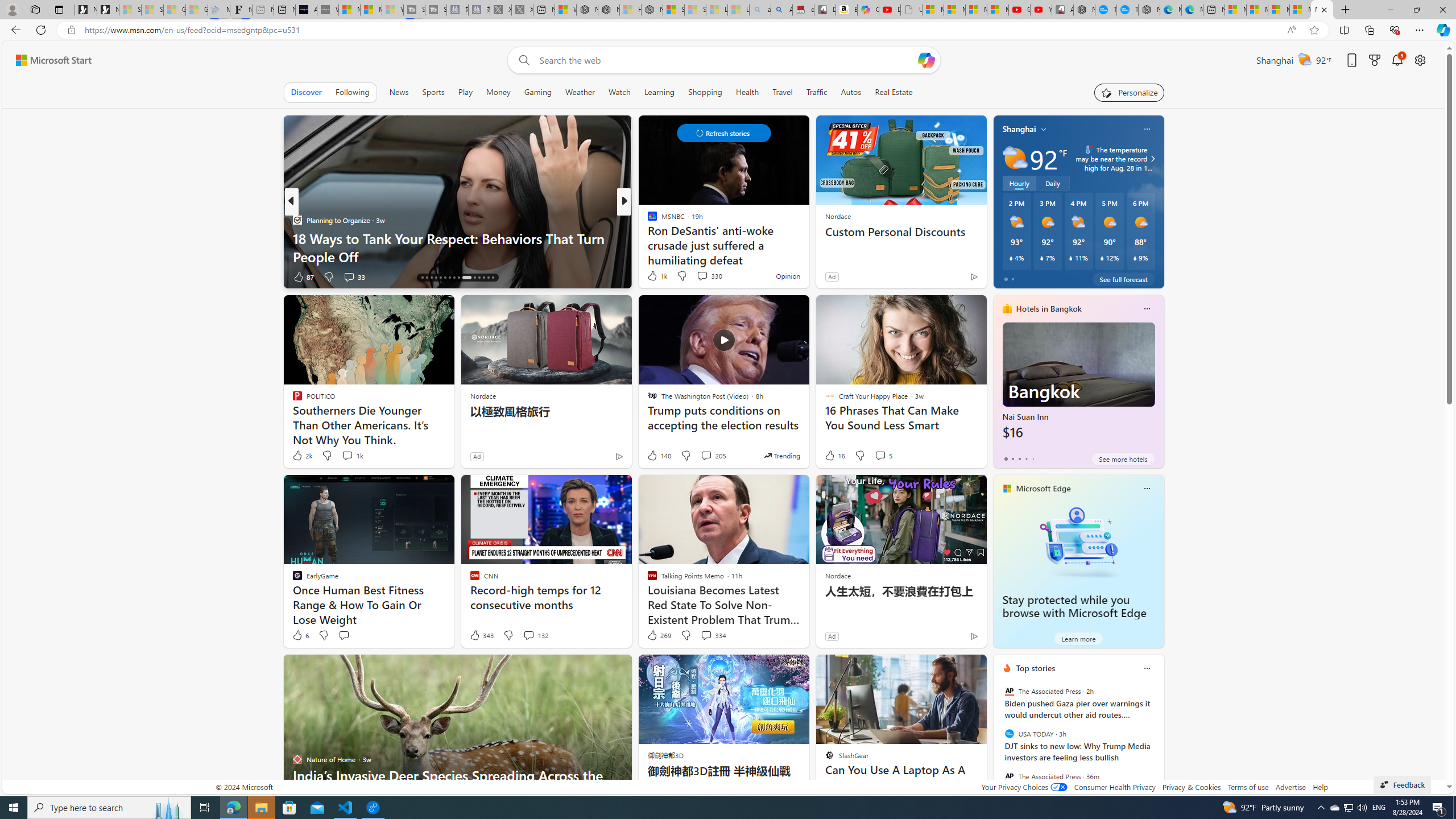  I want to click on 'More options', so click(1146, 668).